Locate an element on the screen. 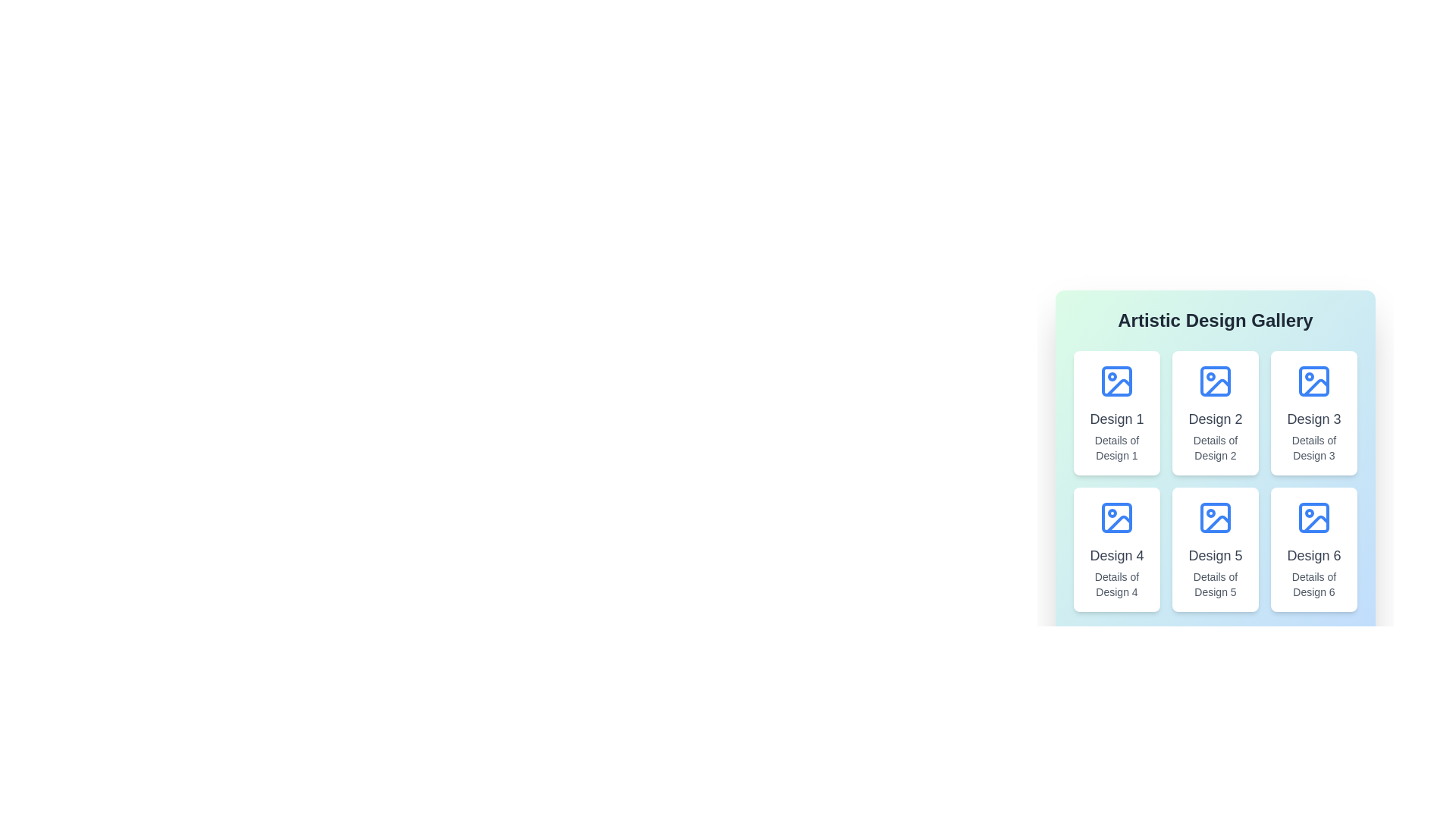 The image size is (1456, 819). the minimalist image symbol icon with a bright blue color located in the bottom-right card of the 'Artistic Design Gallery' panel, labeled 'Design 6' is located at coordinates (1313, 516).